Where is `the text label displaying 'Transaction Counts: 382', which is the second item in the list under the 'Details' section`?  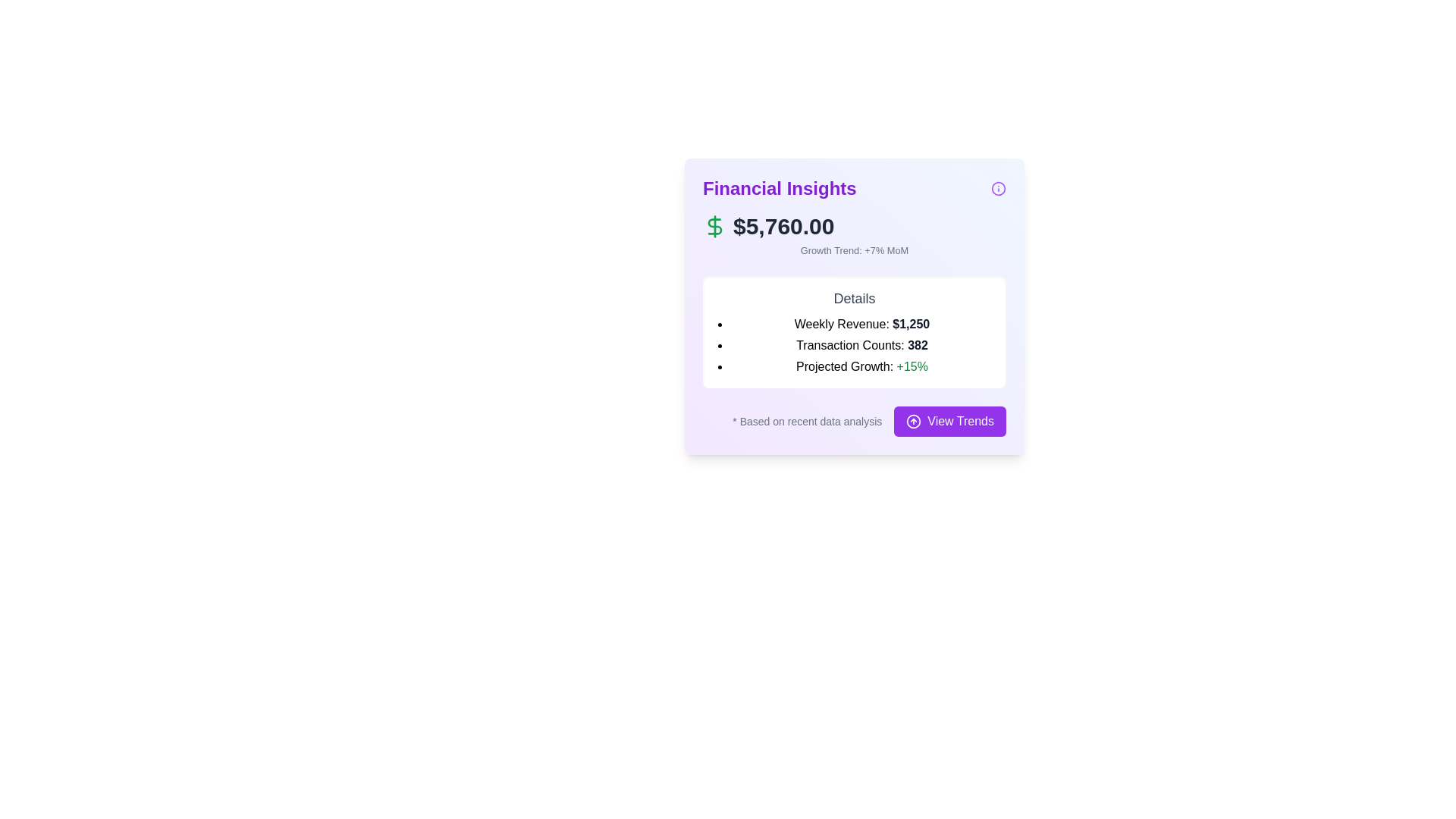 the text label displaying 'Transaction Counts: 382', which is the second item in the list under the 'Details' section is located at coordinates (862, 345).